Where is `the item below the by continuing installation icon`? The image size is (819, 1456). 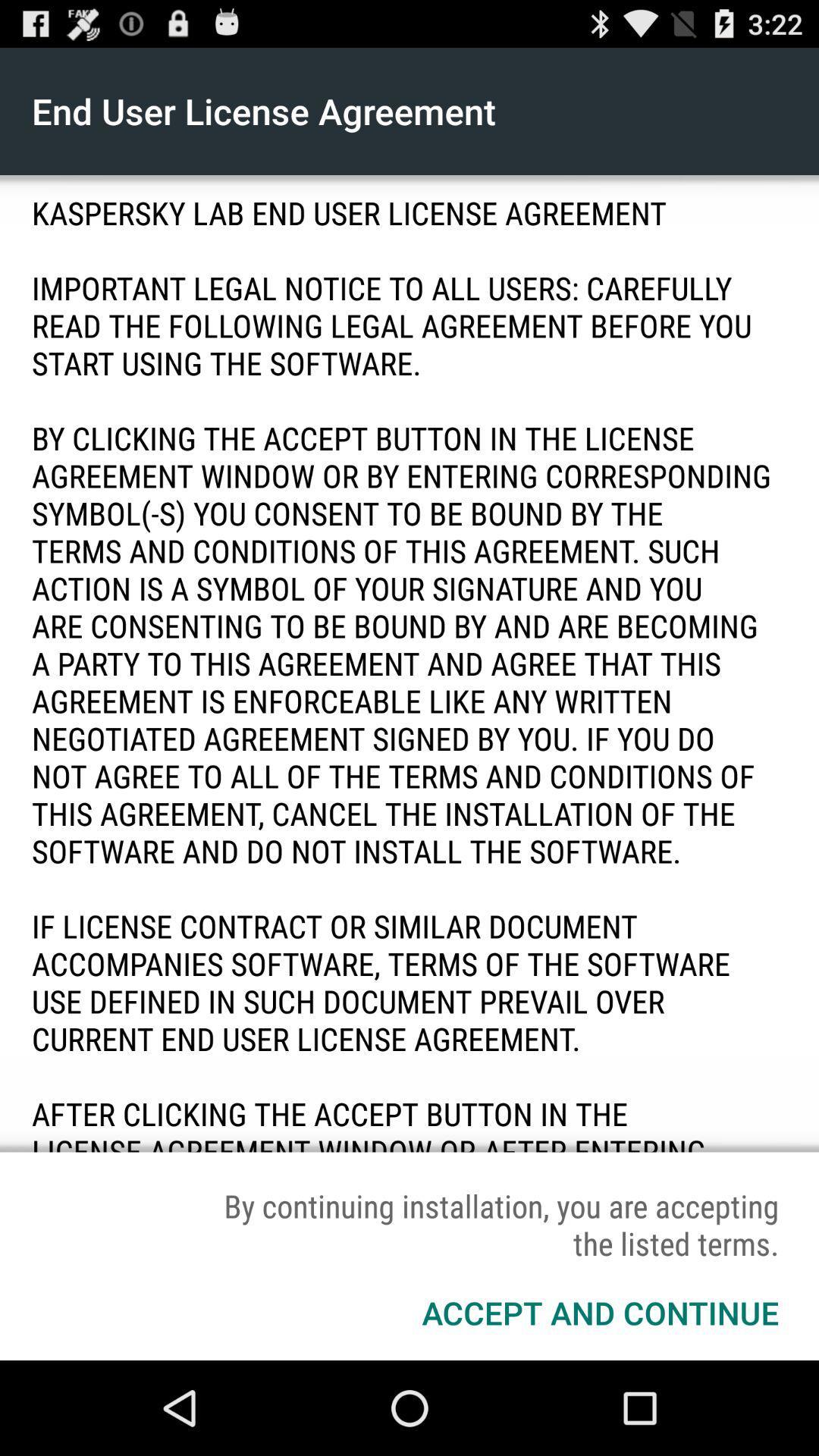 the item below the by continuing installation icon is located at coordinates (599, 1312).